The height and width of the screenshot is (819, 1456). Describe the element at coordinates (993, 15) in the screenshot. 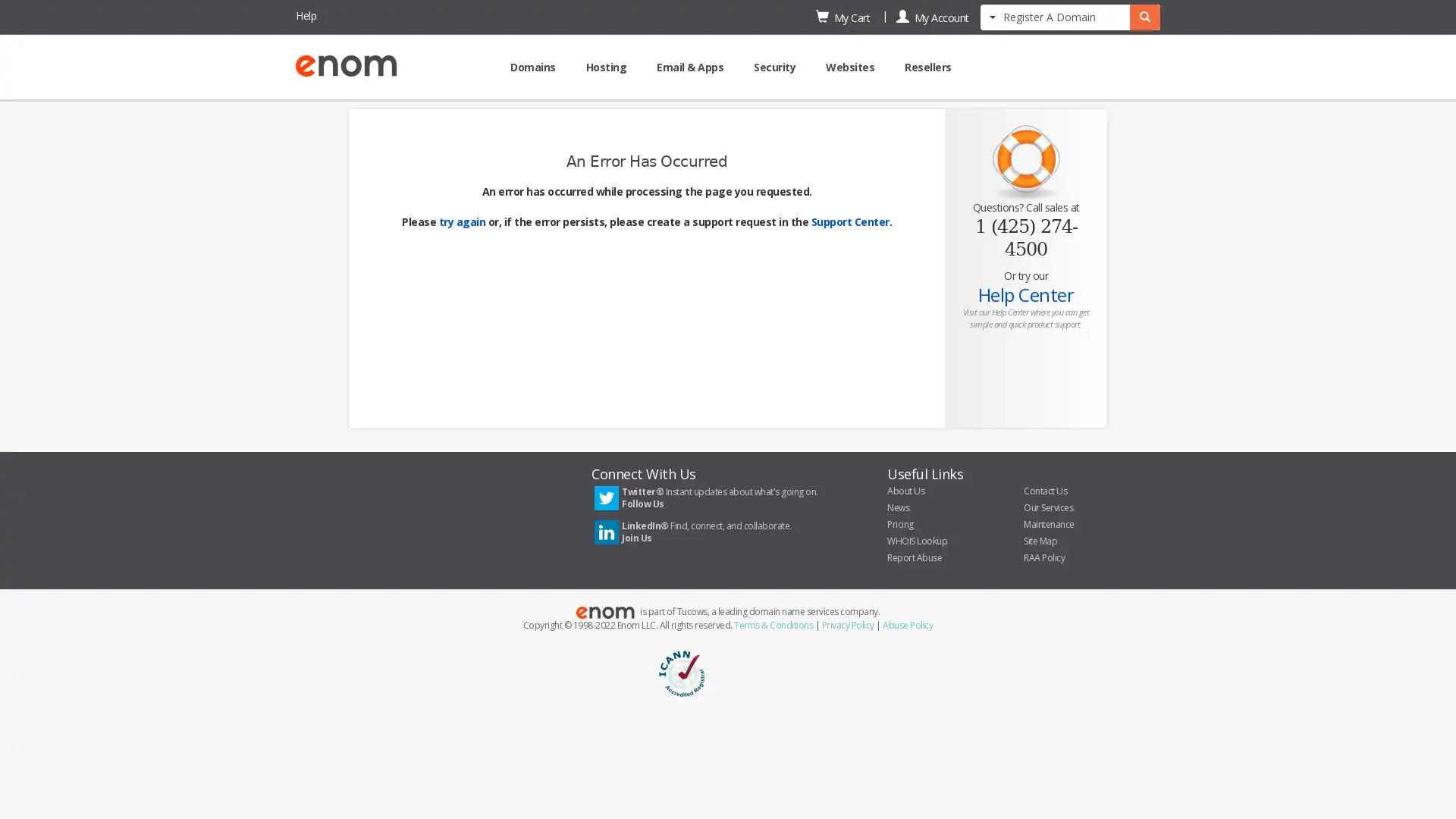

I see `Toggle Dropdown` at that location.